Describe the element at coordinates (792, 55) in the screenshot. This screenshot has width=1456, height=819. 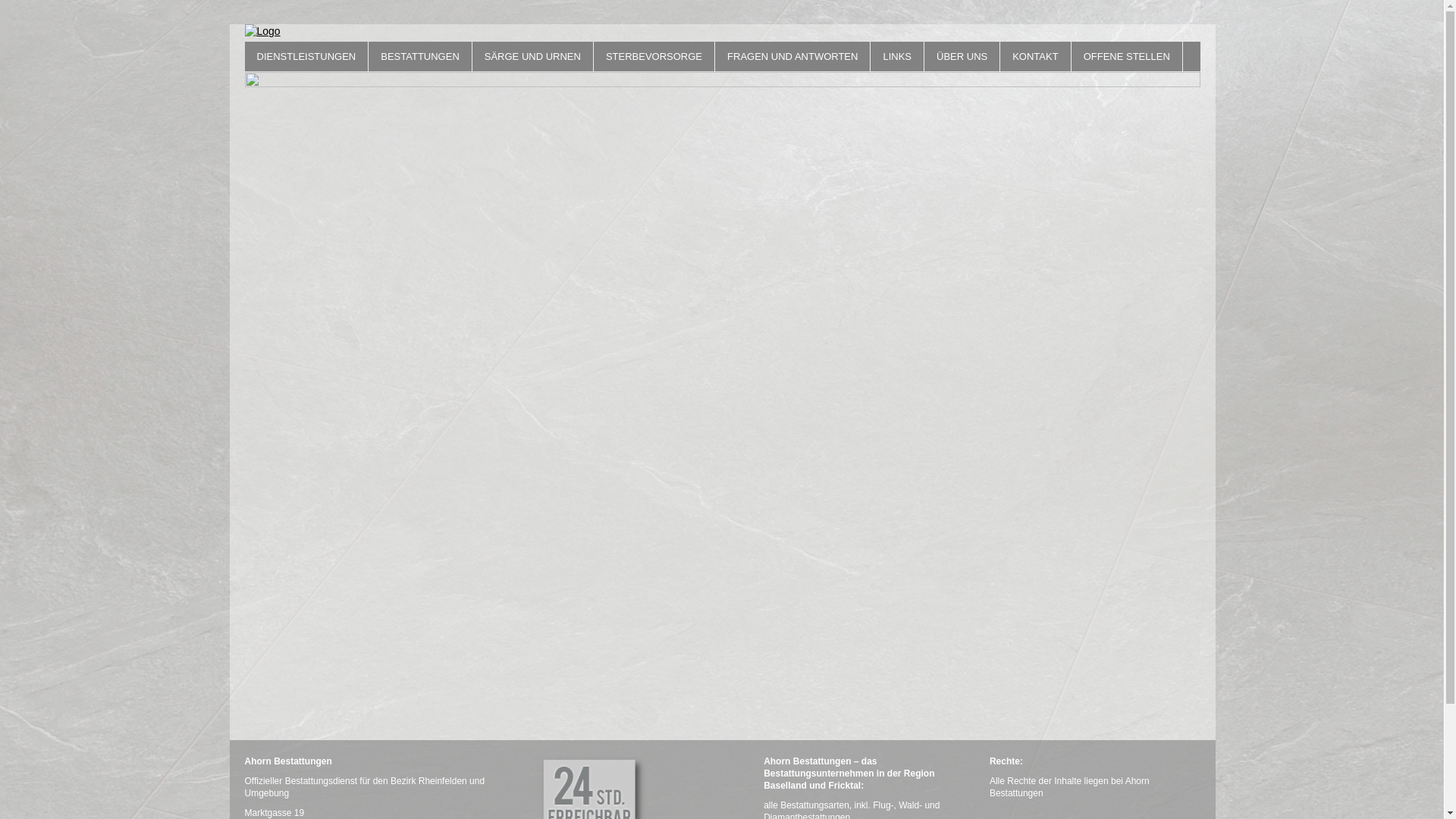
I see `'FRAGEN UND ANTWORTEN'` at that location.